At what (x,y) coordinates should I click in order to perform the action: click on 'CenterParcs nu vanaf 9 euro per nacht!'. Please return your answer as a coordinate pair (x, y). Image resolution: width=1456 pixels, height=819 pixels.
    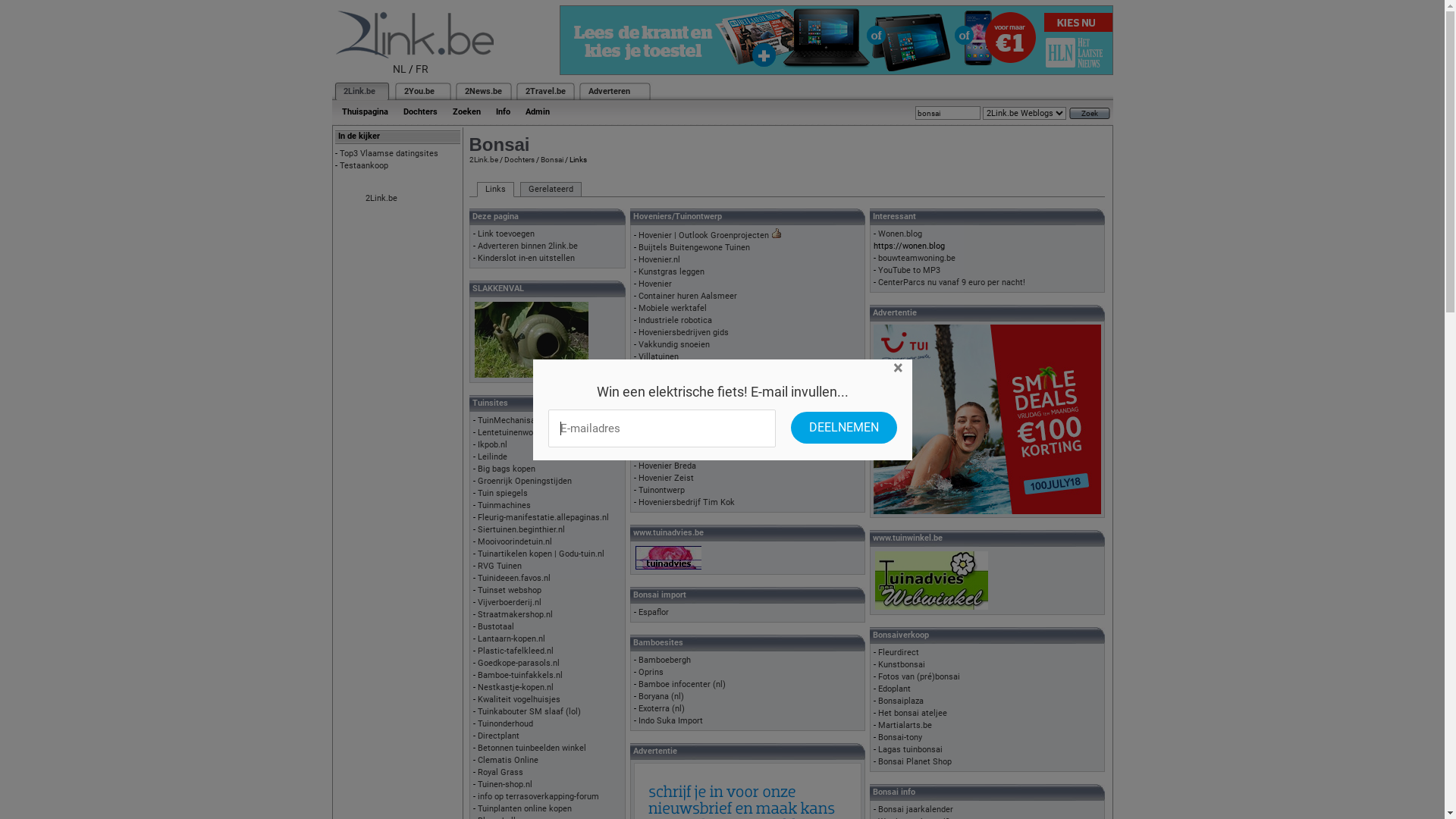
    Looking at the image, I should click on (950, 282).